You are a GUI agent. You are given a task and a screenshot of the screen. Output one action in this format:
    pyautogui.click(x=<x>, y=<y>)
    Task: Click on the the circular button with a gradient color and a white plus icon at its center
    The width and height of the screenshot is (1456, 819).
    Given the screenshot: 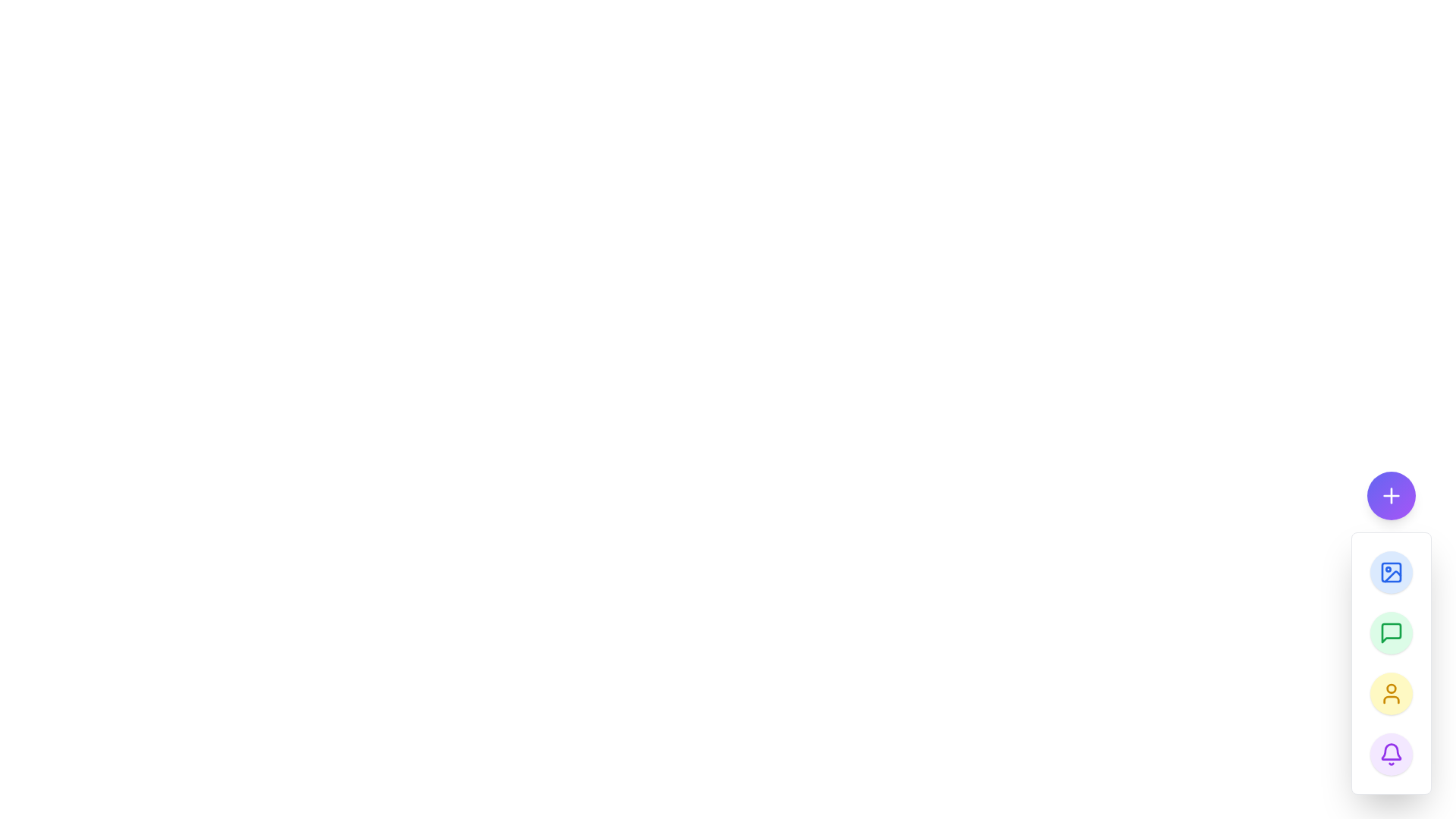 What is the action you would take?
    pyautogui.click(x=1391, y=496)
    